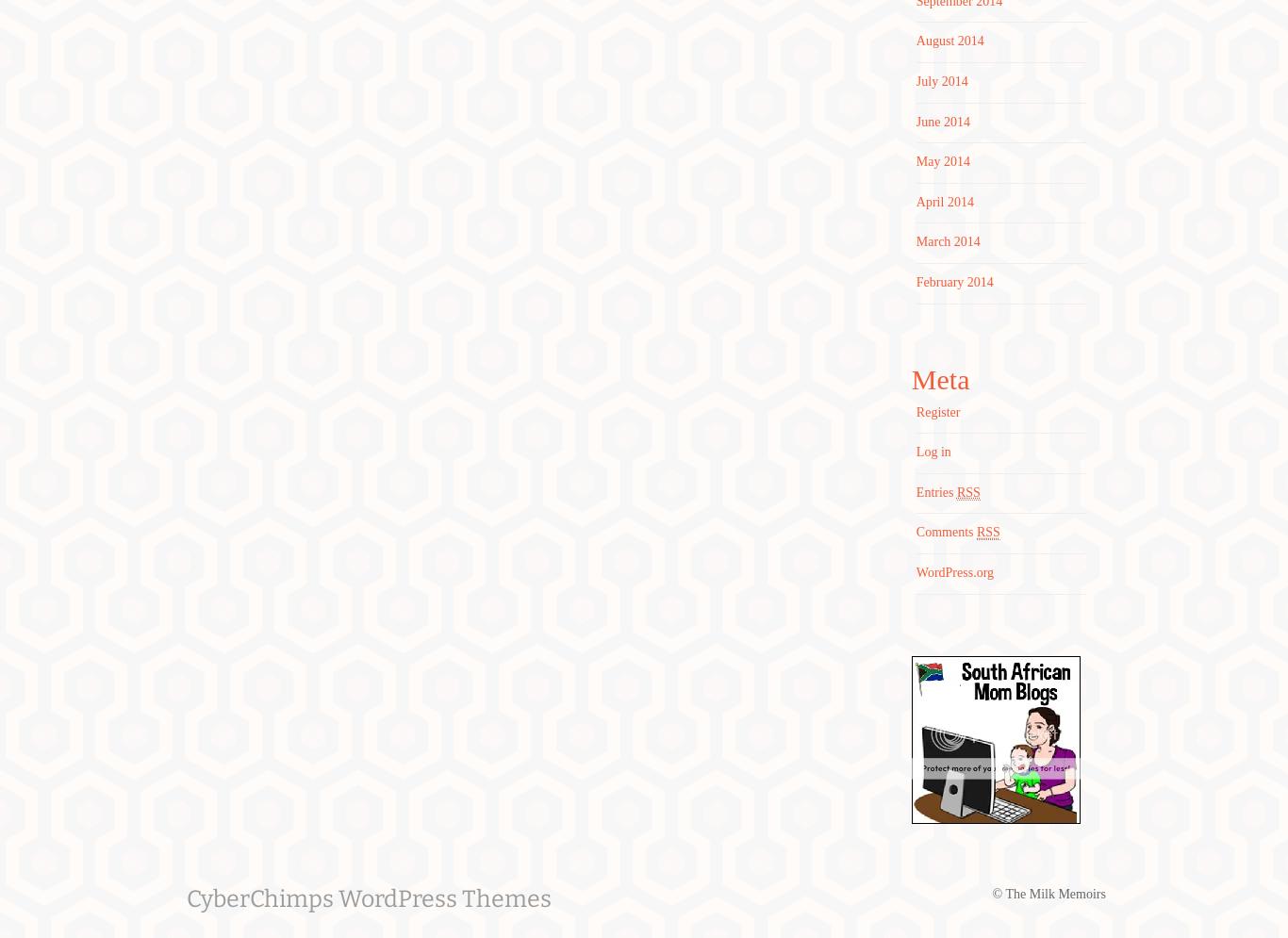 This screenshot has height=938, width=1288. What do you see at coordinates (954, 571) in the screenshot?
I see `'WordPress.org'` at bounding box center [954, 571].